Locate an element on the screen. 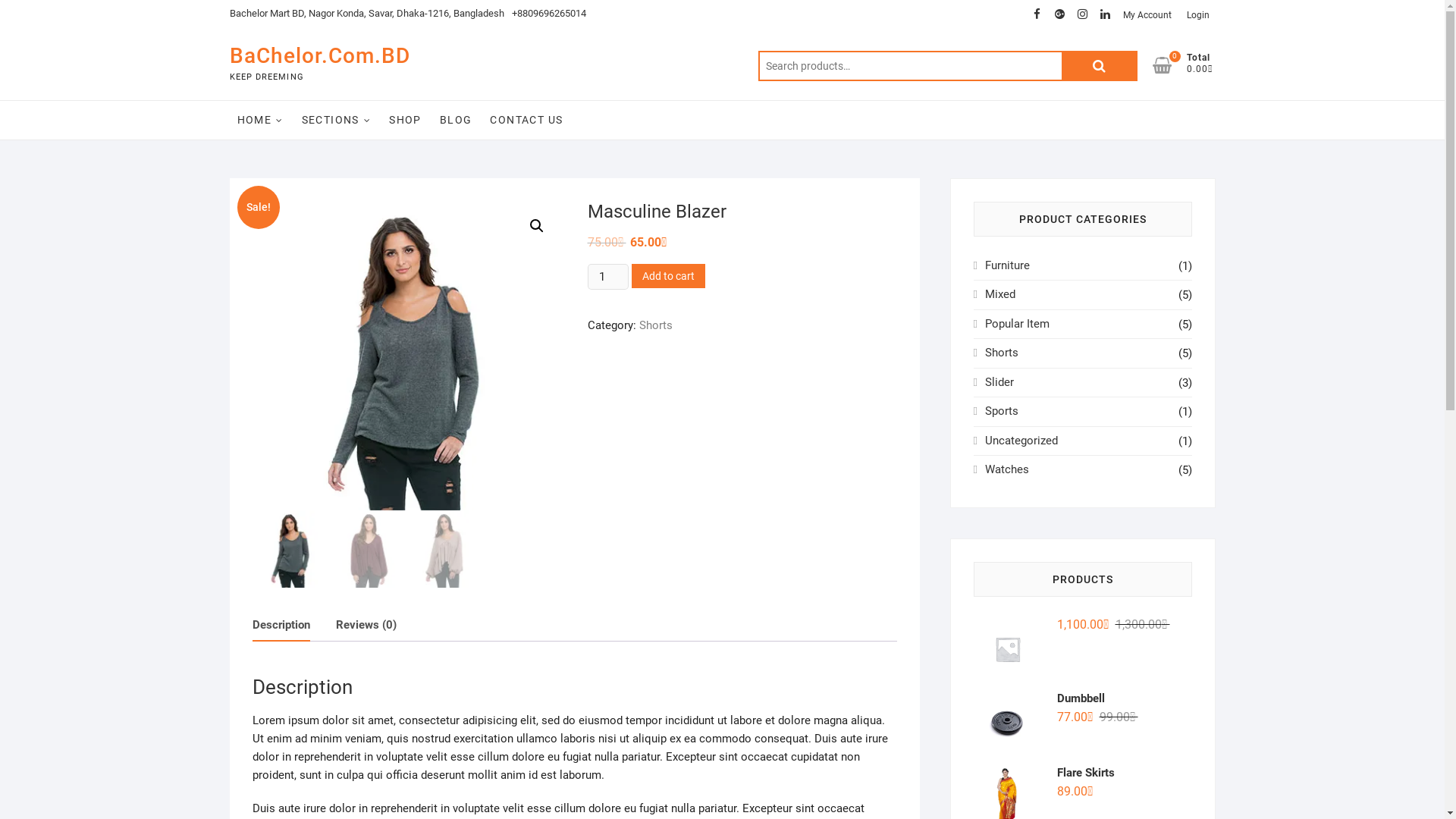  'Dumbbell' is located at coordinates (1081, 698).